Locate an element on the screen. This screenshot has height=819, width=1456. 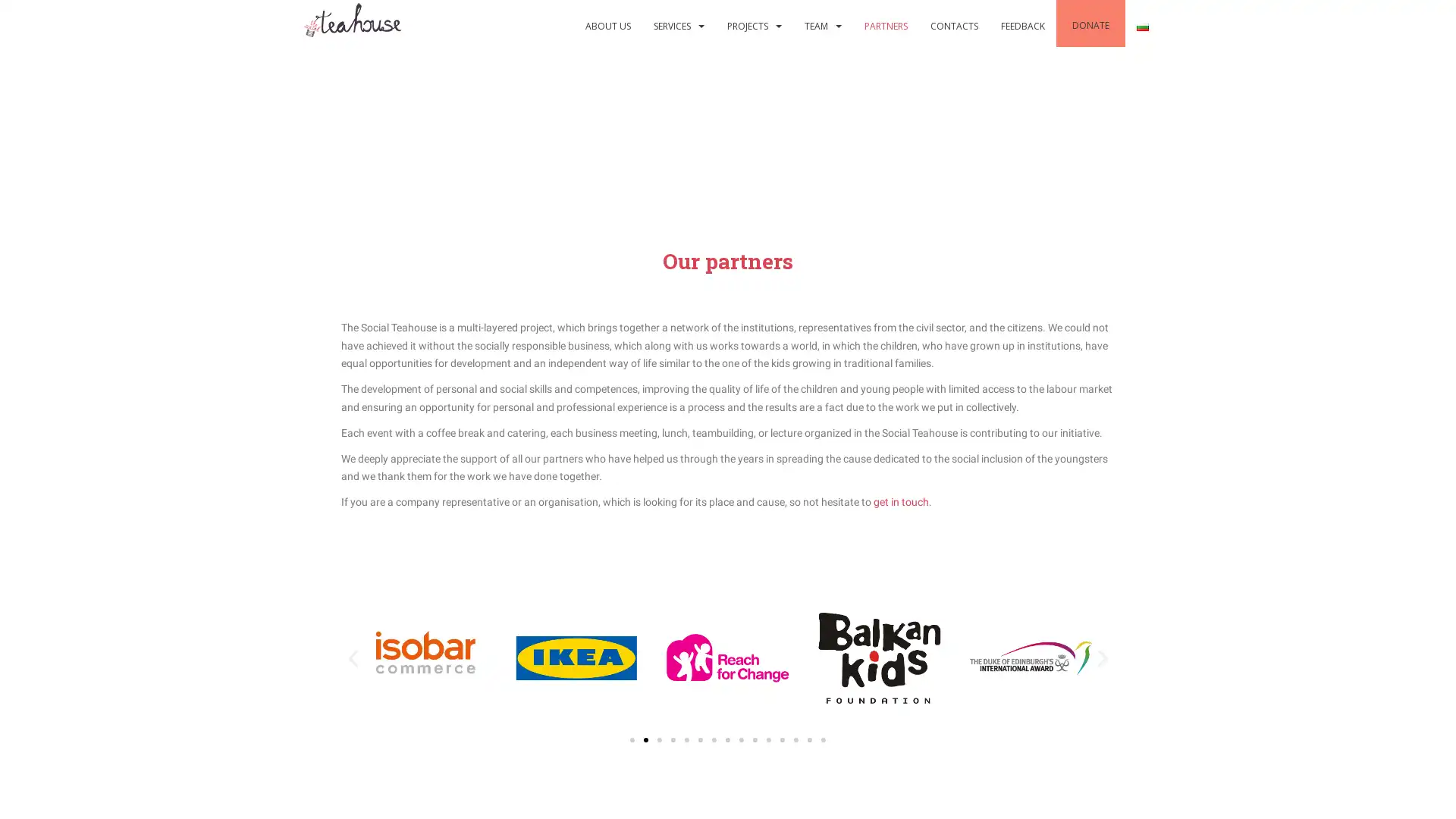
Go to slide 4 is located at coordinates (673, 739).